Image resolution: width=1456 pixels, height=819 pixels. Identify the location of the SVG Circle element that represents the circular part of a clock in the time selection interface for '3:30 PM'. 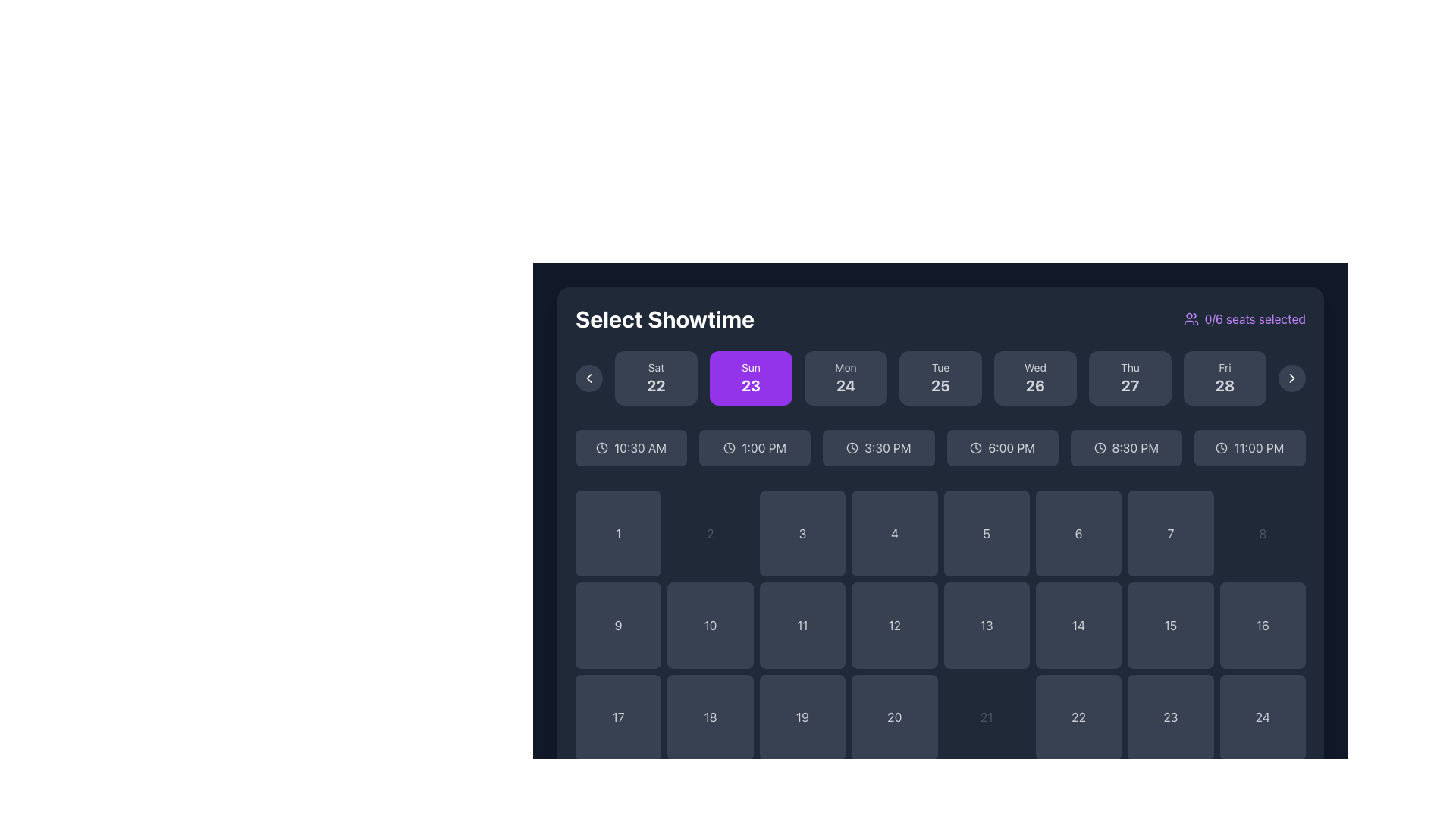
(852, 447).